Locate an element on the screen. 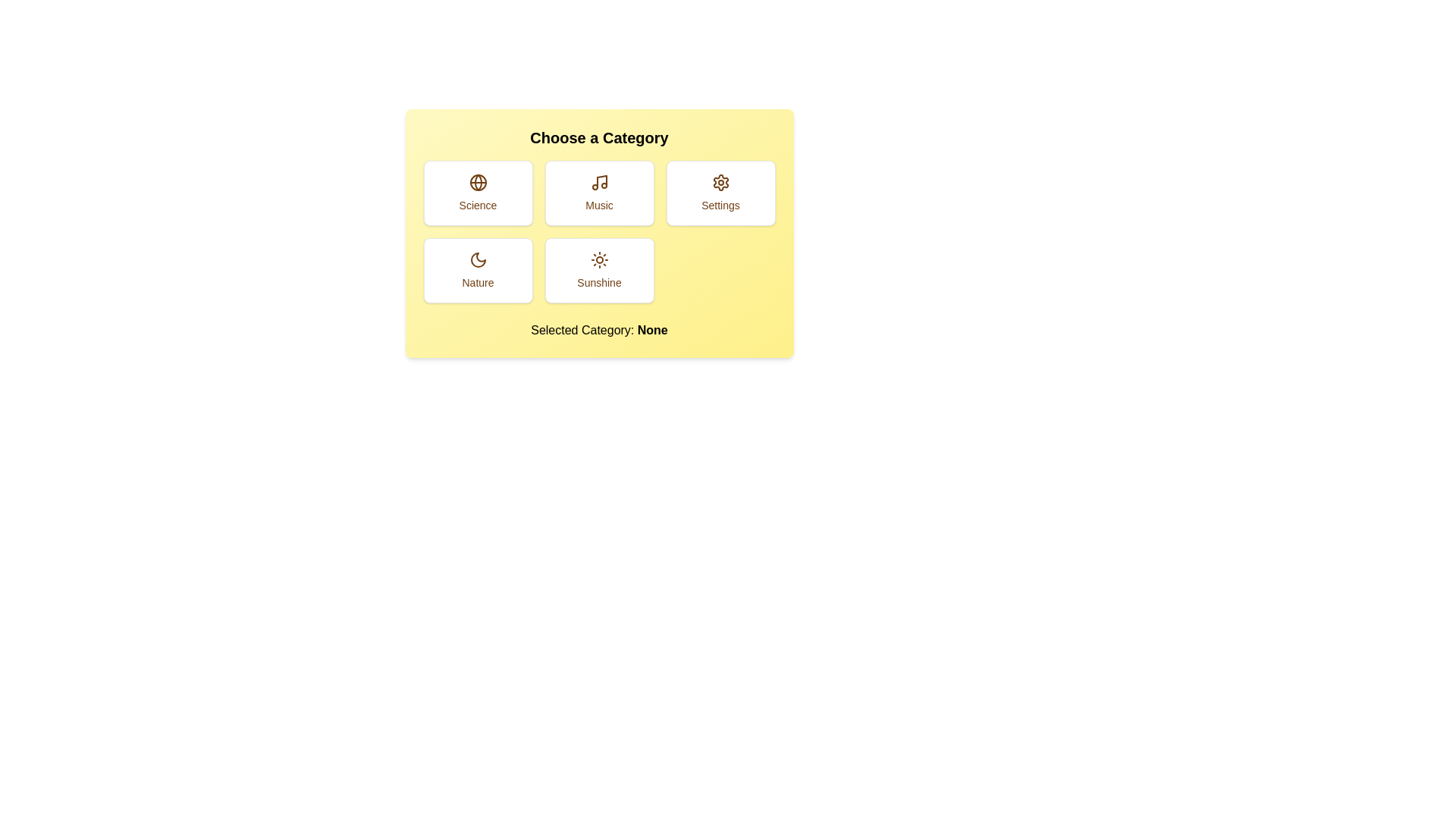  the text label located below the gear icon in the top-right corner of the grid layout, which is inside a white box on a yellow background is located at coordinates (720, 205).